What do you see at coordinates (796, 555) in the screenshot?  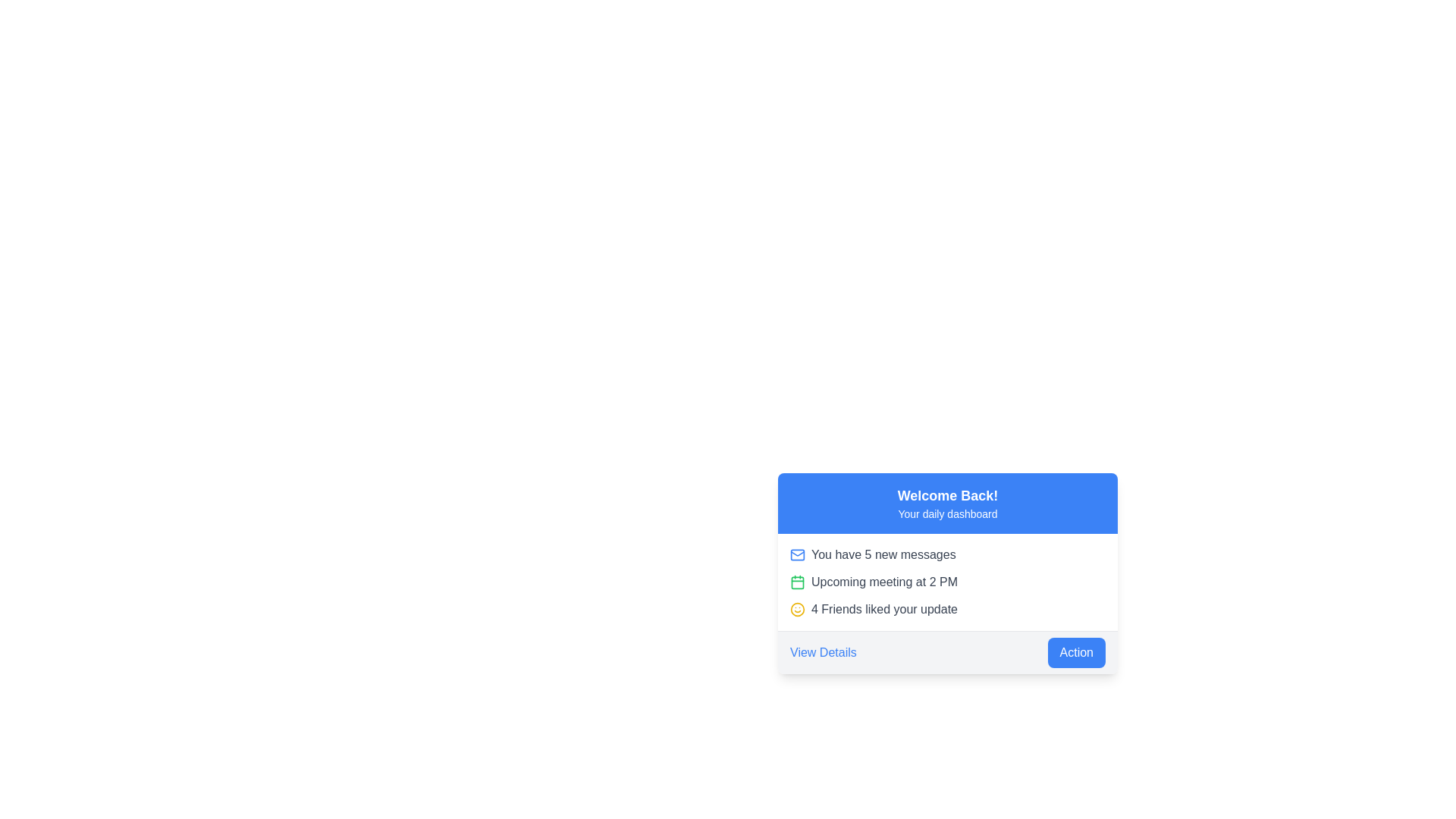 I see `the message indicator icon located within the 'Welcome Back! Your daily dashboard' card, to the left of 'You have 5 new messages.'` at bounding box center [796, 555].